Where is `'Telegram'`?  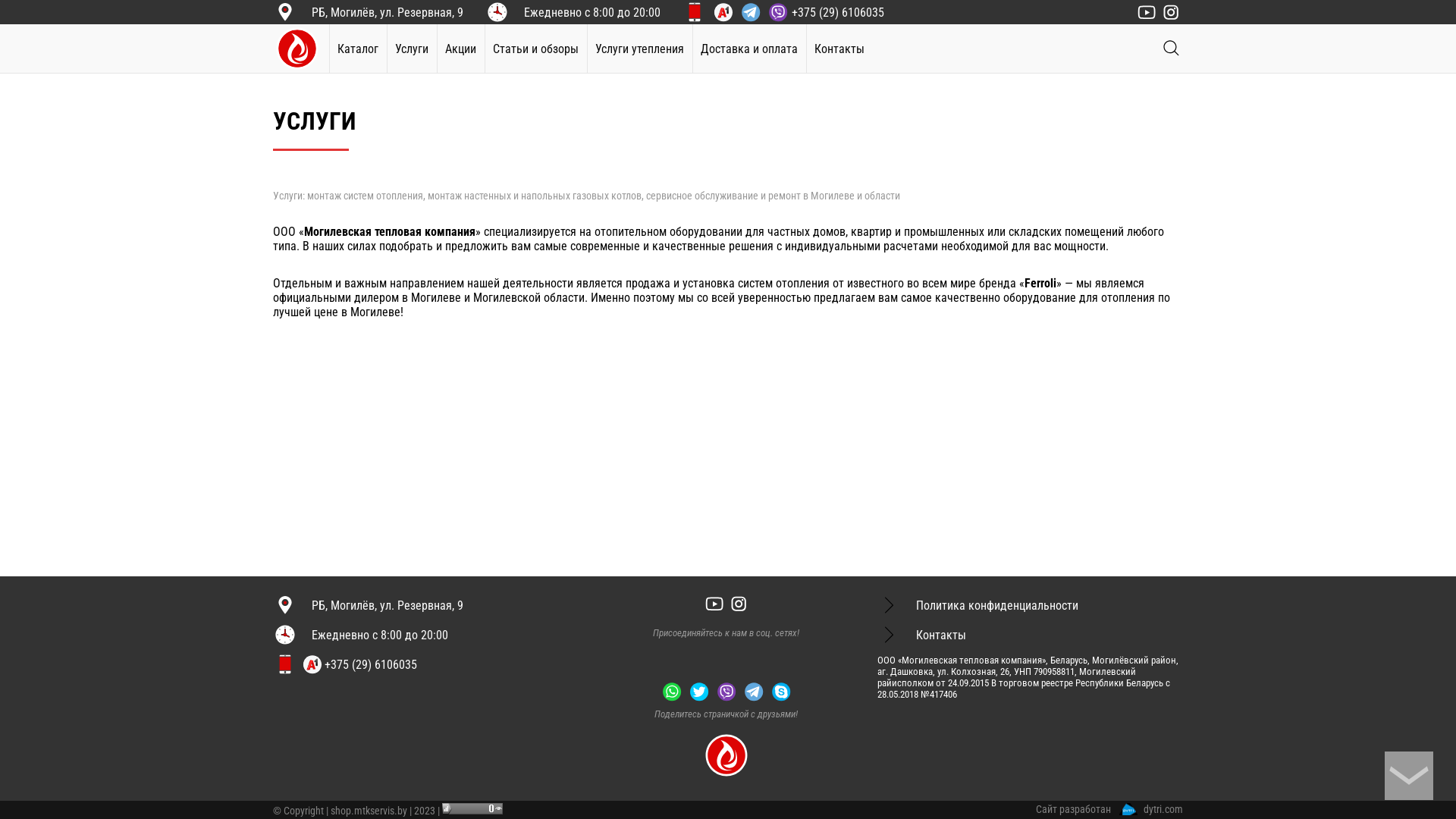
'Telegram' is located at coordinates (753, 691).